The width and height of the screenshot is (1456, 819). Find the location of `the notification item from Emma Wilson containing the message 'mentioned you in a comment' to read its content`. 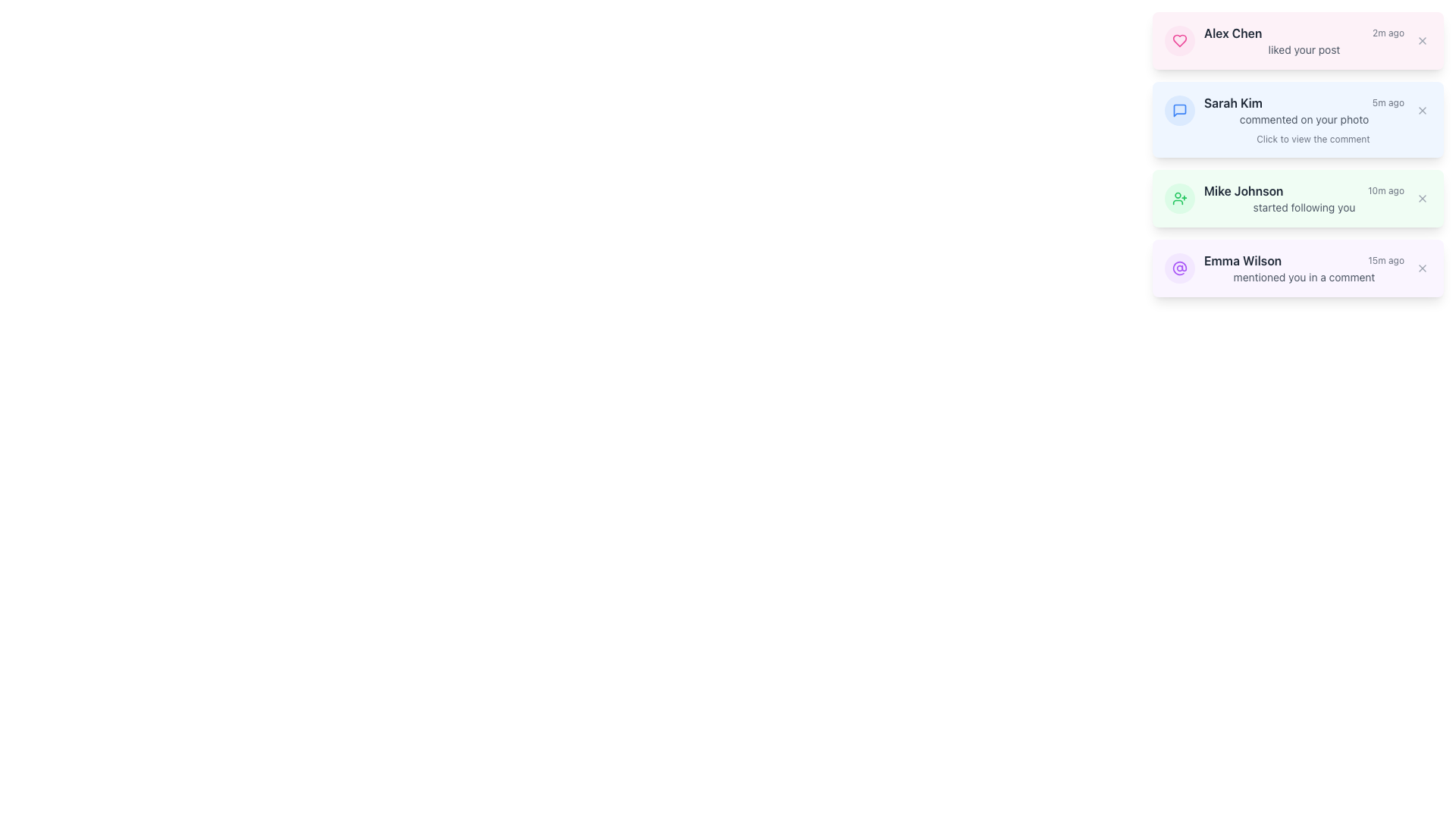

the notification item from Emma Wilson containing the message 'mentioned you in a comment' to read its content is located at coordinates (1303, 268).